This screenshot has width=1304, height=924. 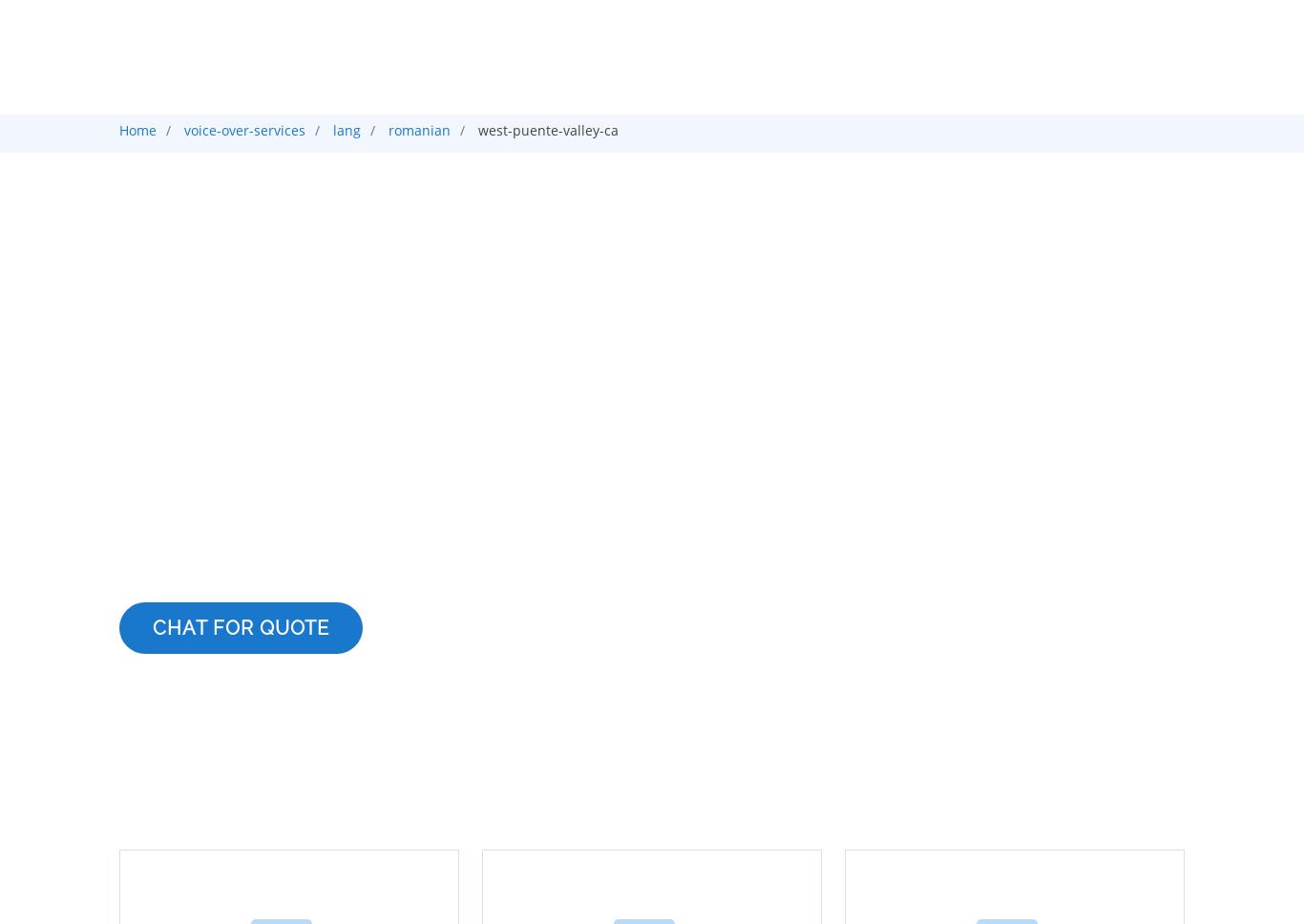 I want to click on 'US:(1-800-230-7918)', so click(x=916, y=37).